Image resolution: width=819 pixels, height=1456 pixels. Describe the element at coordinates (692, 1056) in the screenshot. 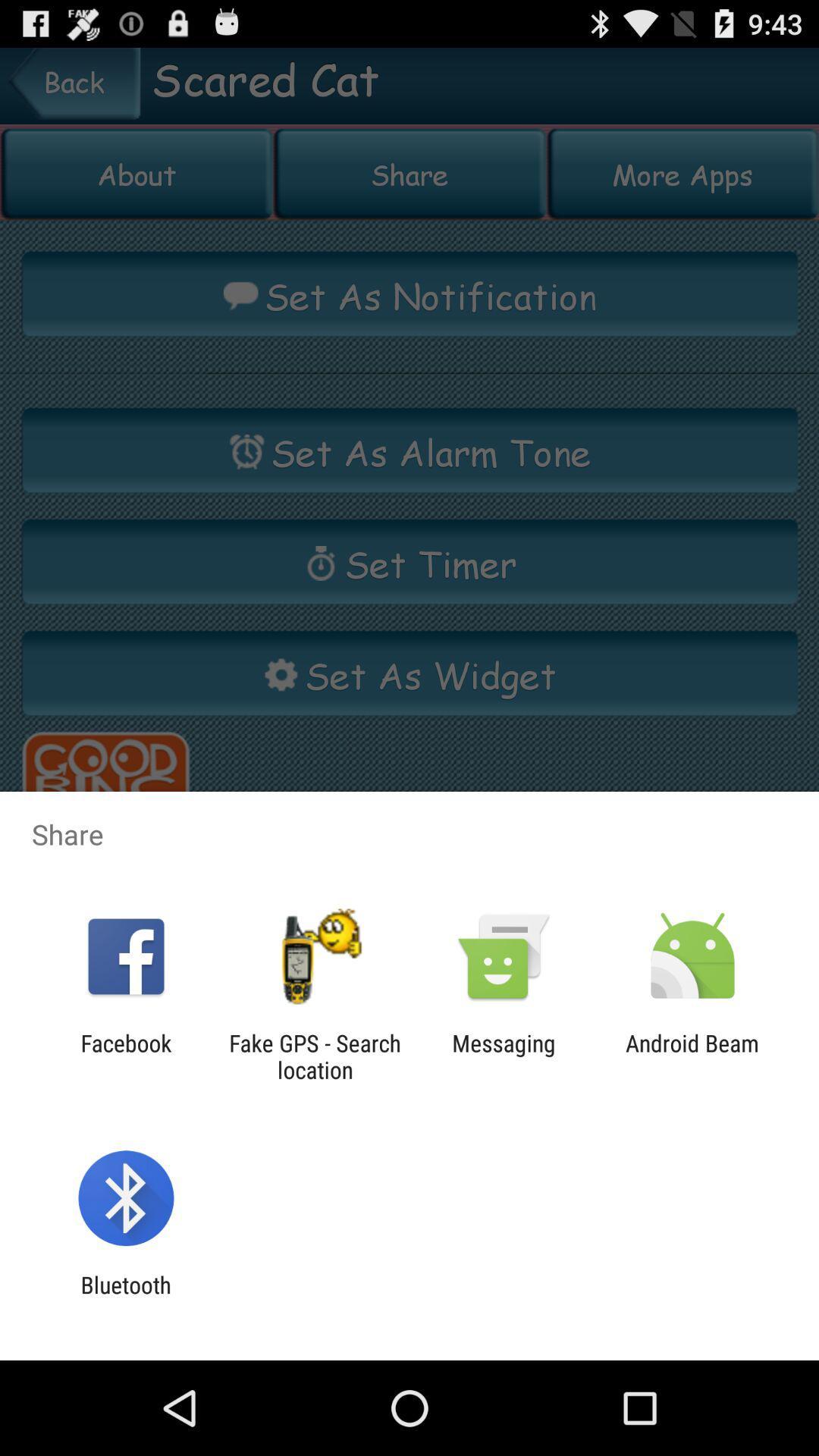

I see `the android beam item` at that location.